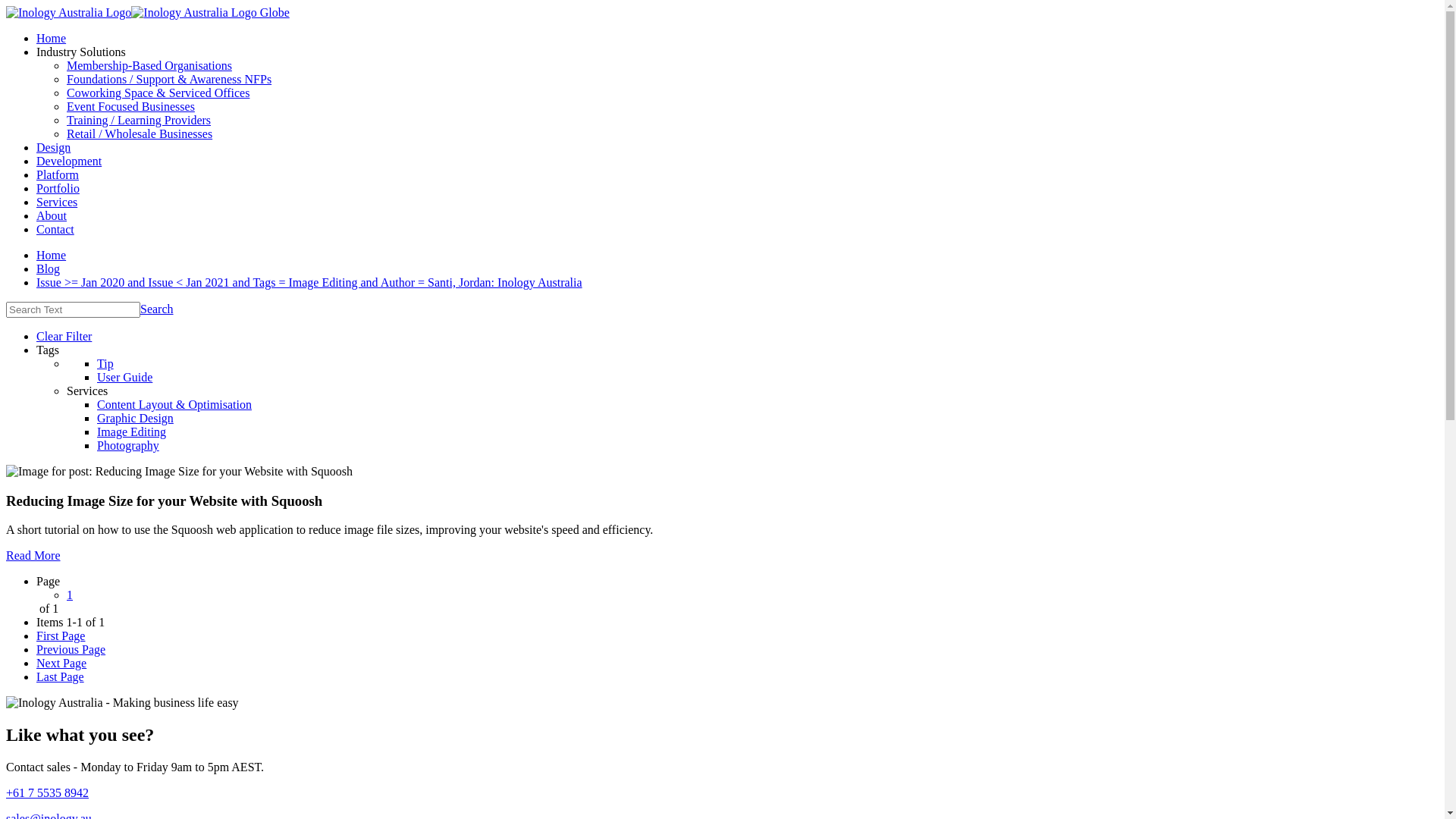 The image size is (1456, 819). Describe the element at coordinates (6, 555) in the screenshot. I see `'Read More'` at that location.